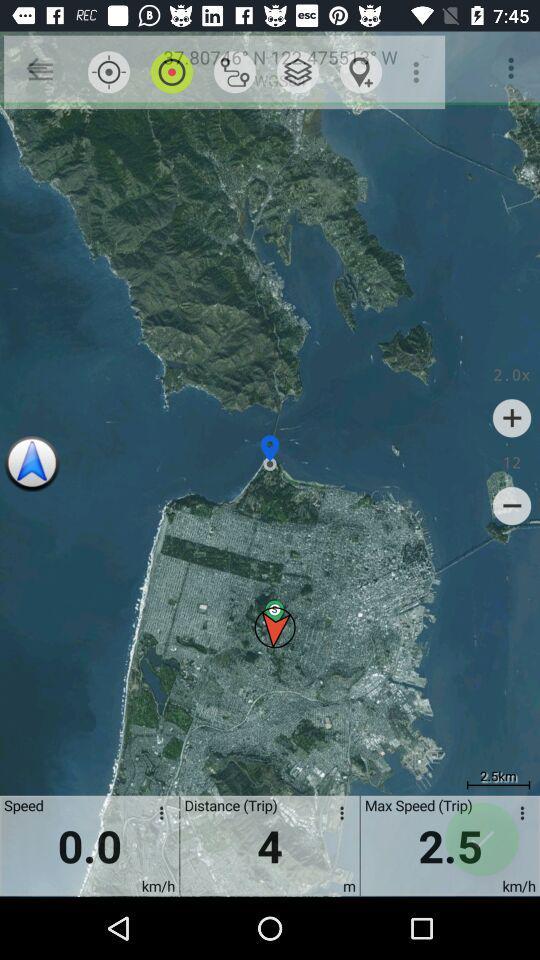  What do you see at coordinates (512, 417) in the screenshot?
I see `icon above 12 icon` at bounding box center [512, 417].